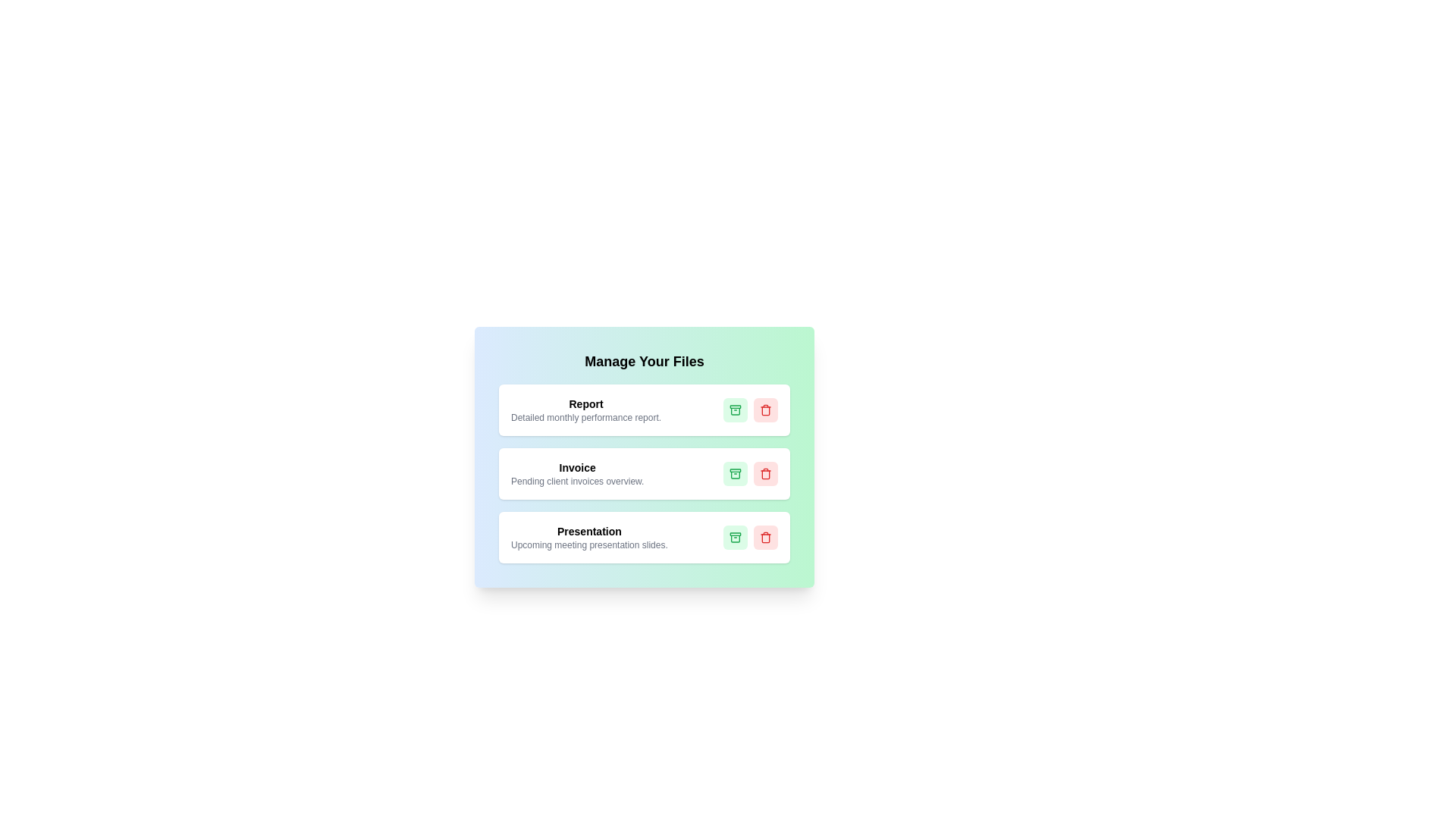 The image size is (1456, 819). Describe the element at coordinates (735, 537) in the screenshot. I see `archive button for the card titled 'Presentation'` at that location.